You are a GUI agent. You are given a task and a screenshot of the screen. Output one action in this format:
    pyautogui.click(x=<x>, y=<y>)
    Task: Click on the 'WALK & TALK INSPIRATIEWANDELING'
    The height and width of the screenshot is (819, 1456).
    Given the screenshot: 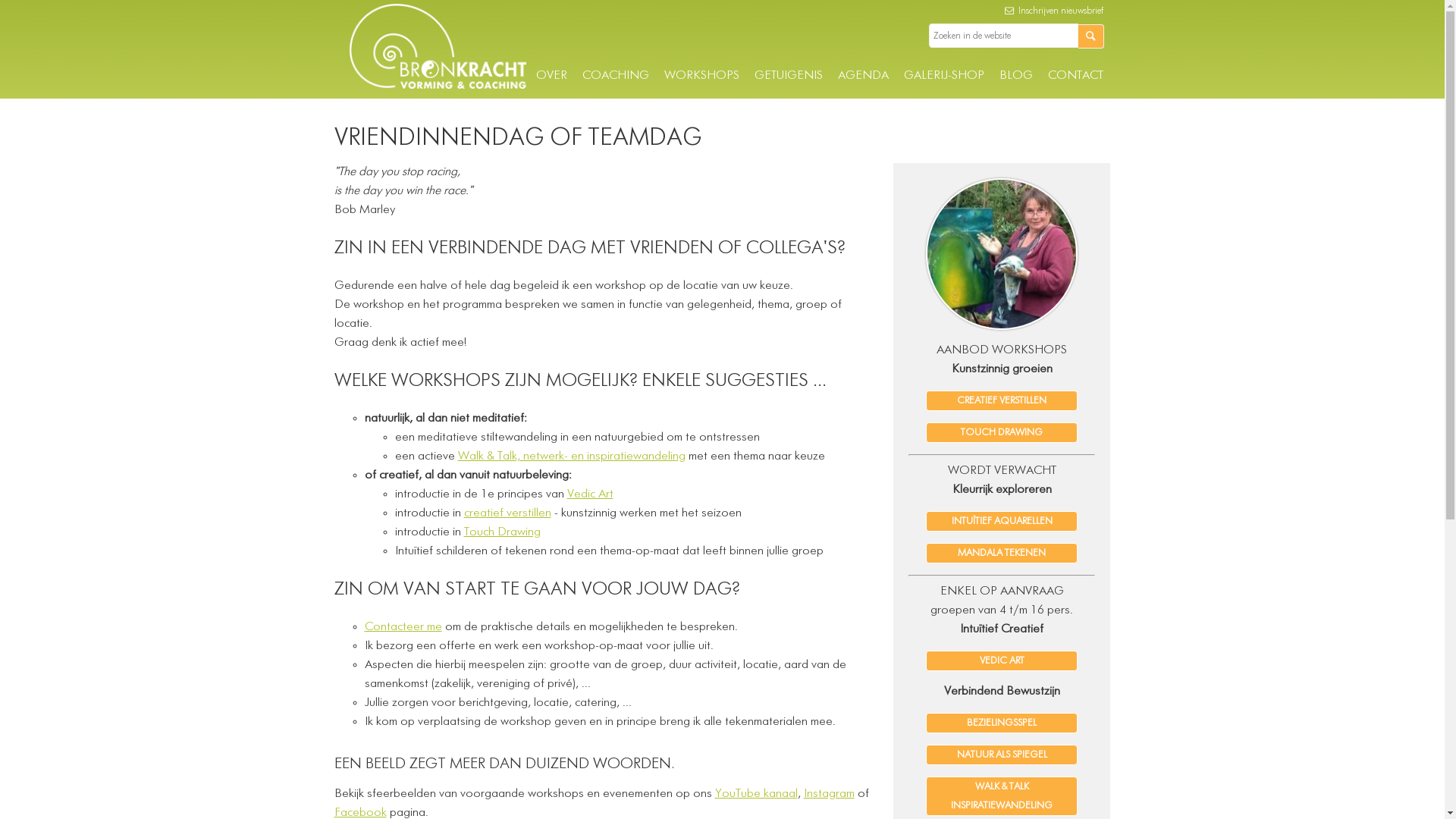 What is the action you would take?
    pyautogui.click(x=1001, y=795)
    